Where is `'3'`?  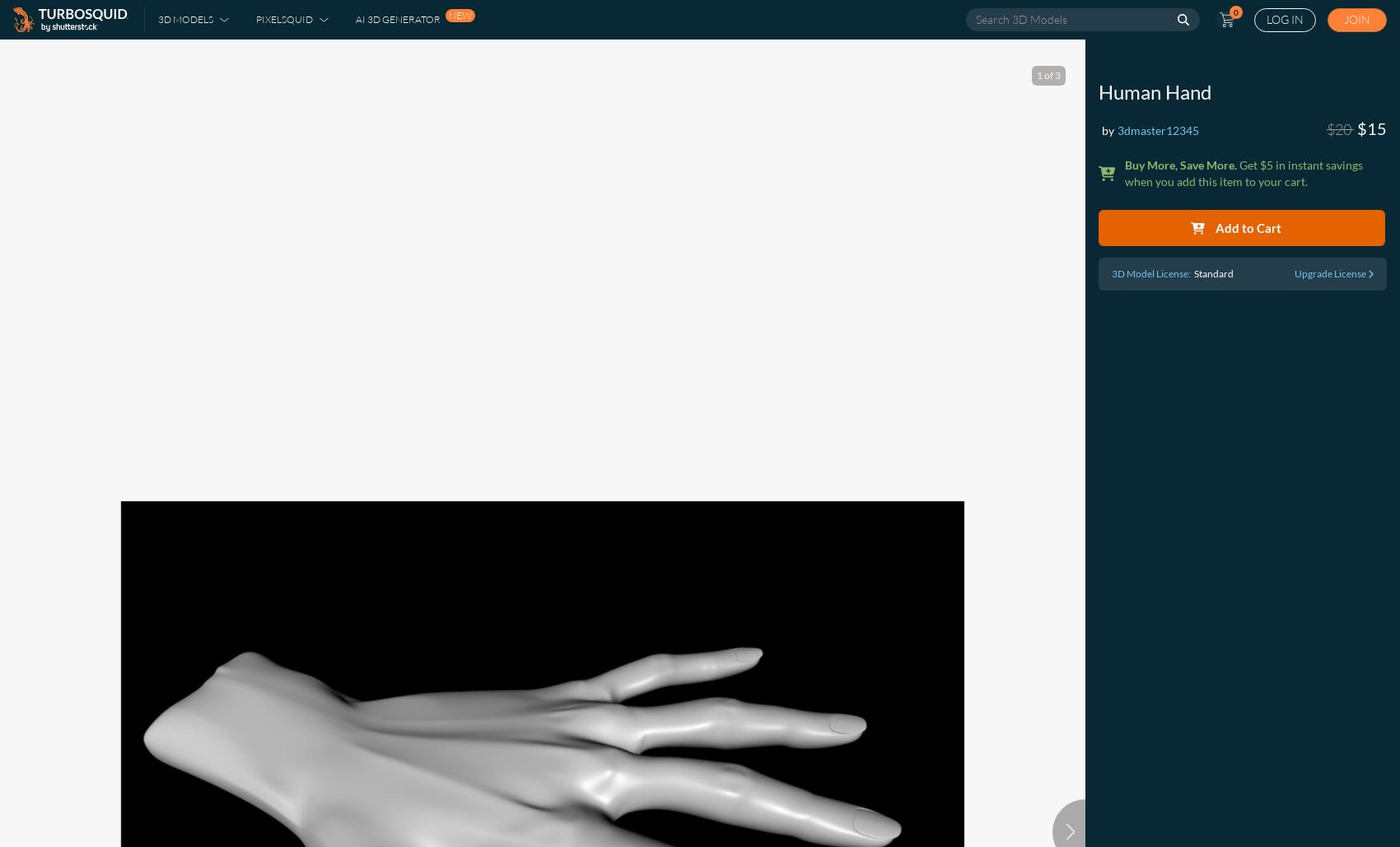 '3' is located at coordinates (1057, 74).